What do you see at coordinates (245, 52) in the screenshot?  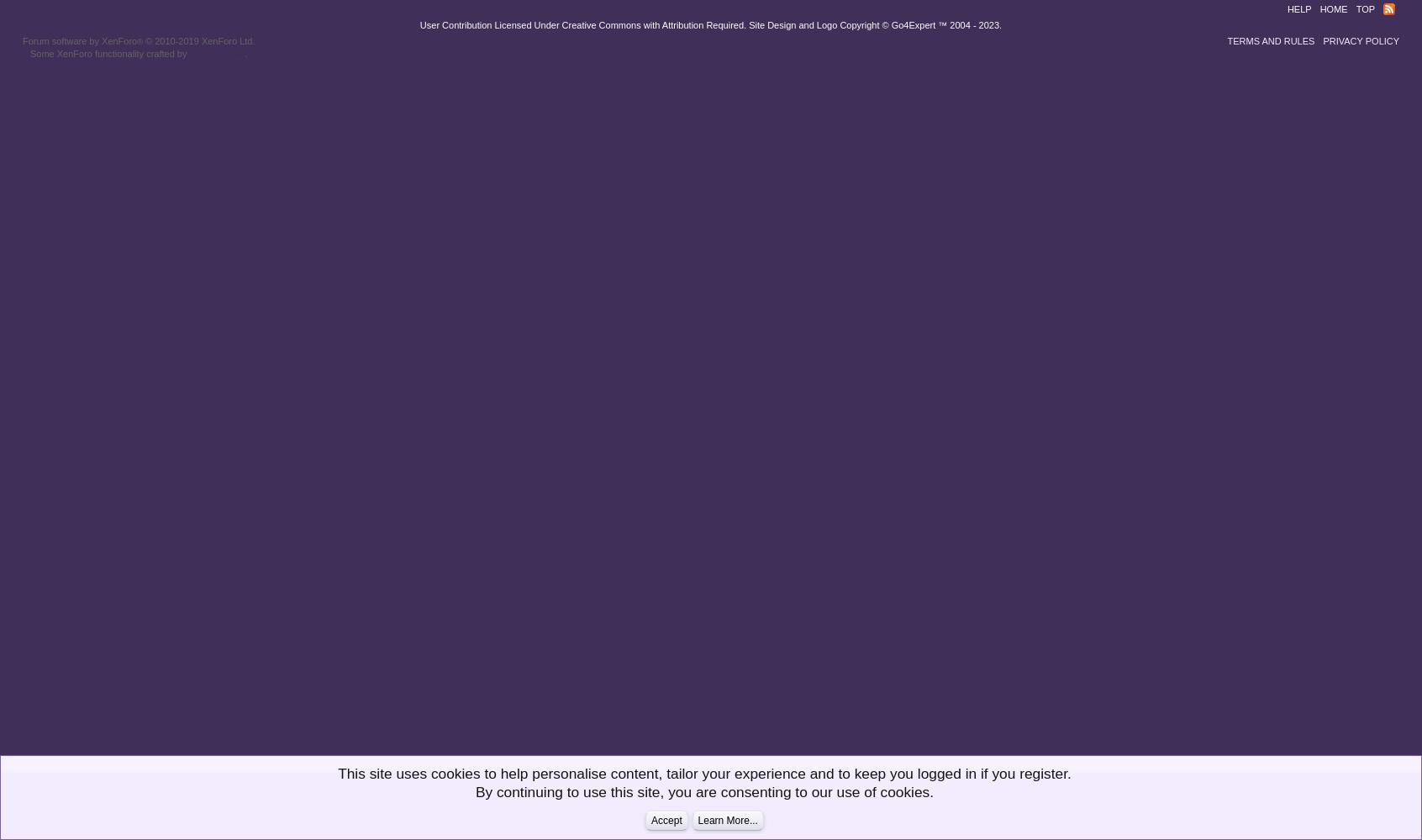 I see `'.'` at bounding box center [245, 52].